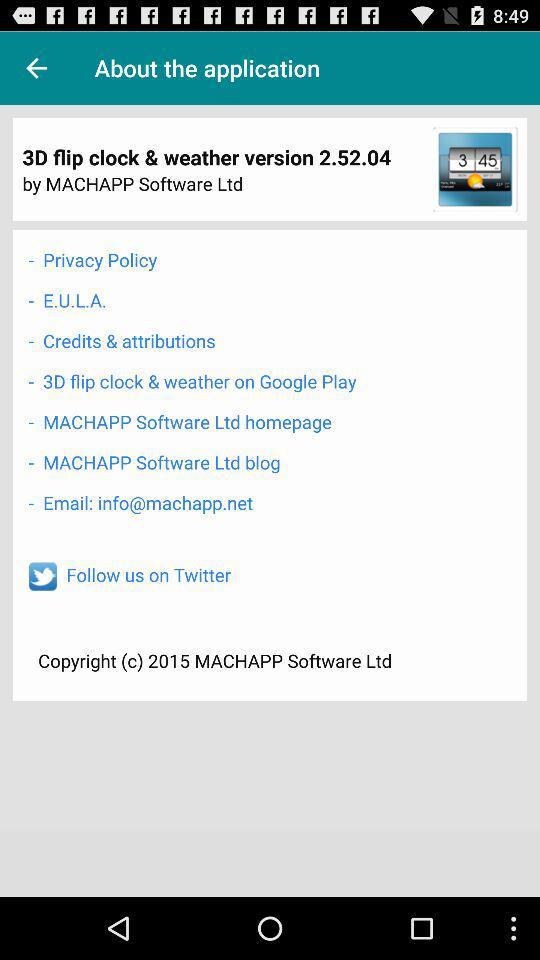 The height and width of the screenshot is (960, 540). Describe the element at coordinates (474, 168) in the screenshot. I see `item at the top right corner` at that location.